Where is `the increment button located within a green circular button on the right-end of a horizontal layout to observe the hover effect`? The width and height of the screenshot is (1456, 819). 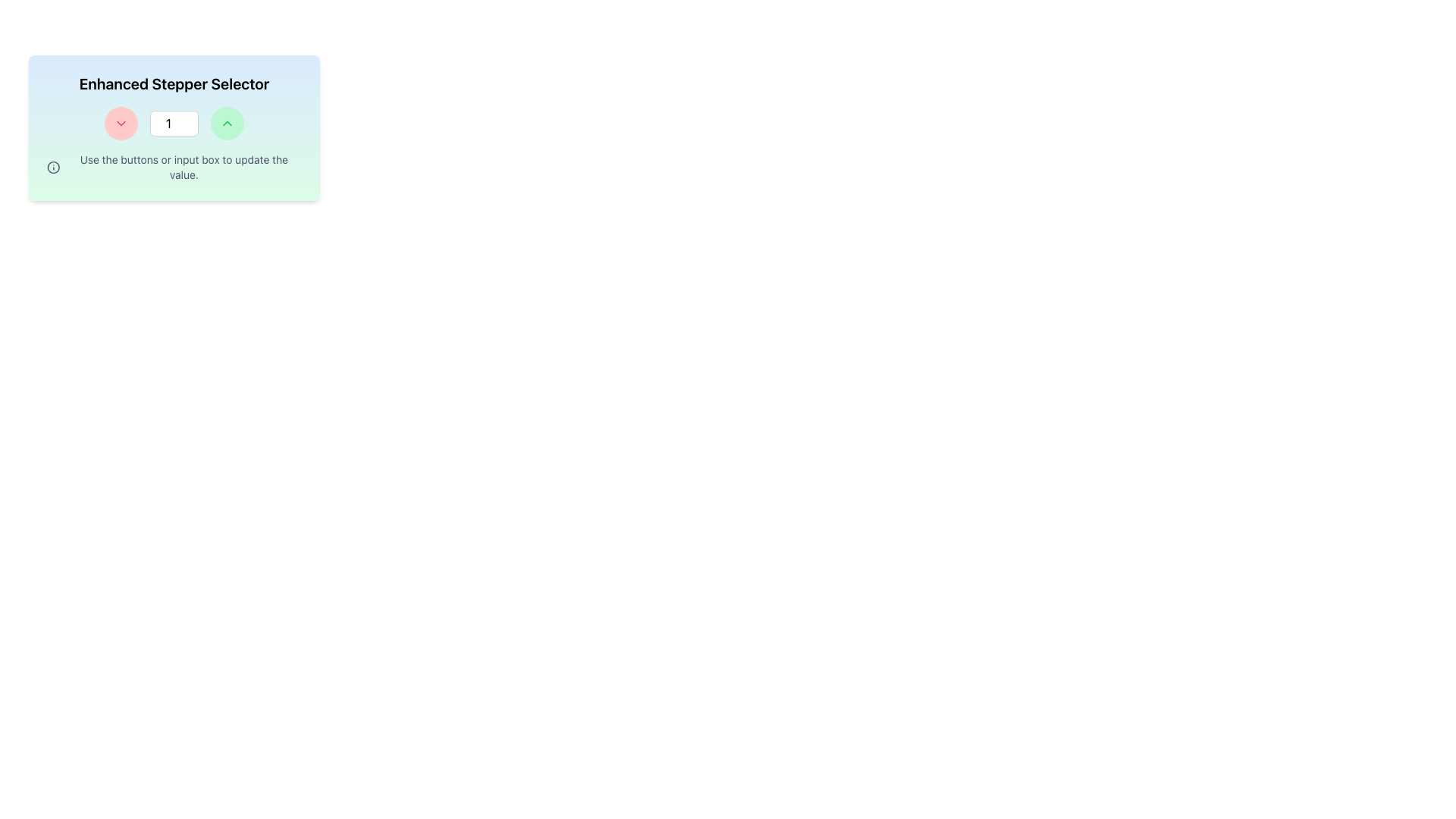 the increment button located within a green circular button on the right-end of a horizontal layout to observe the hover effect is located at coordinates (226, 122).